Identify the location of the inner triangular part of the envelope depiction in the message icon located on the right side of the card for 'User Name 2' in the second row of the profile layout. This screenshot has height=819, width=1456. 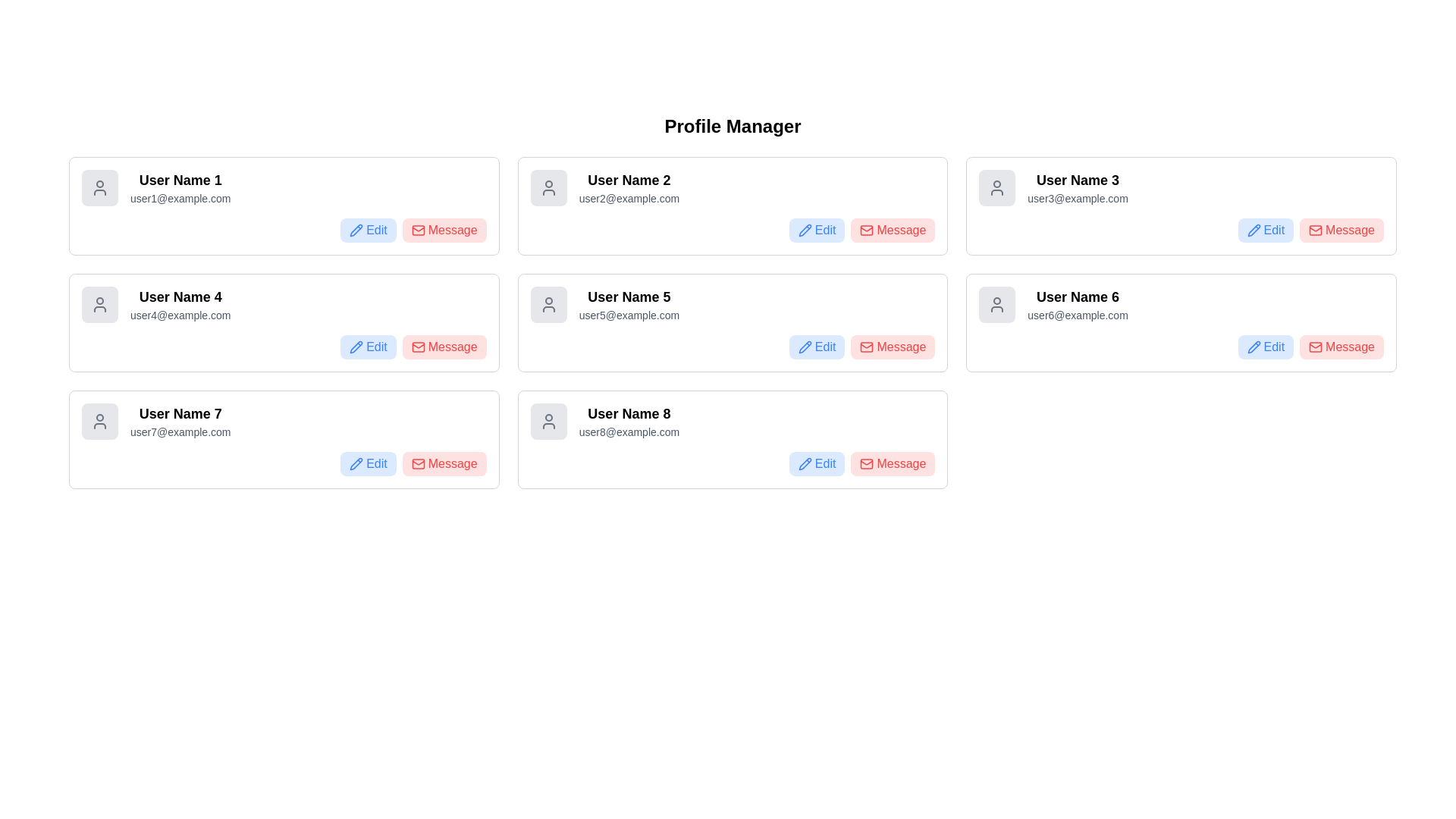
(867, 346).